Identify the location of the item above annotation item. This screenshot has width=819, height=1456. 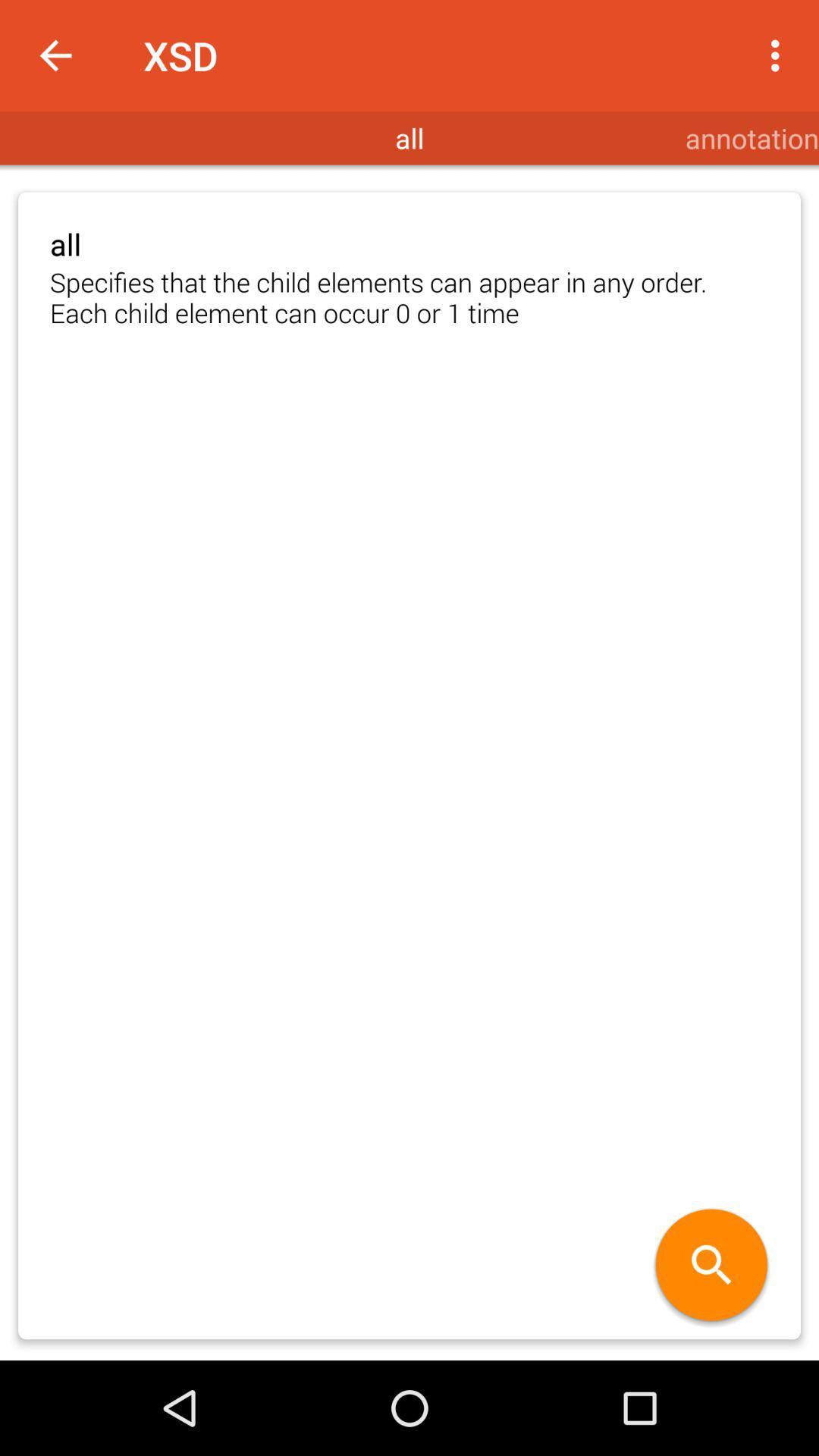
(779, 55).